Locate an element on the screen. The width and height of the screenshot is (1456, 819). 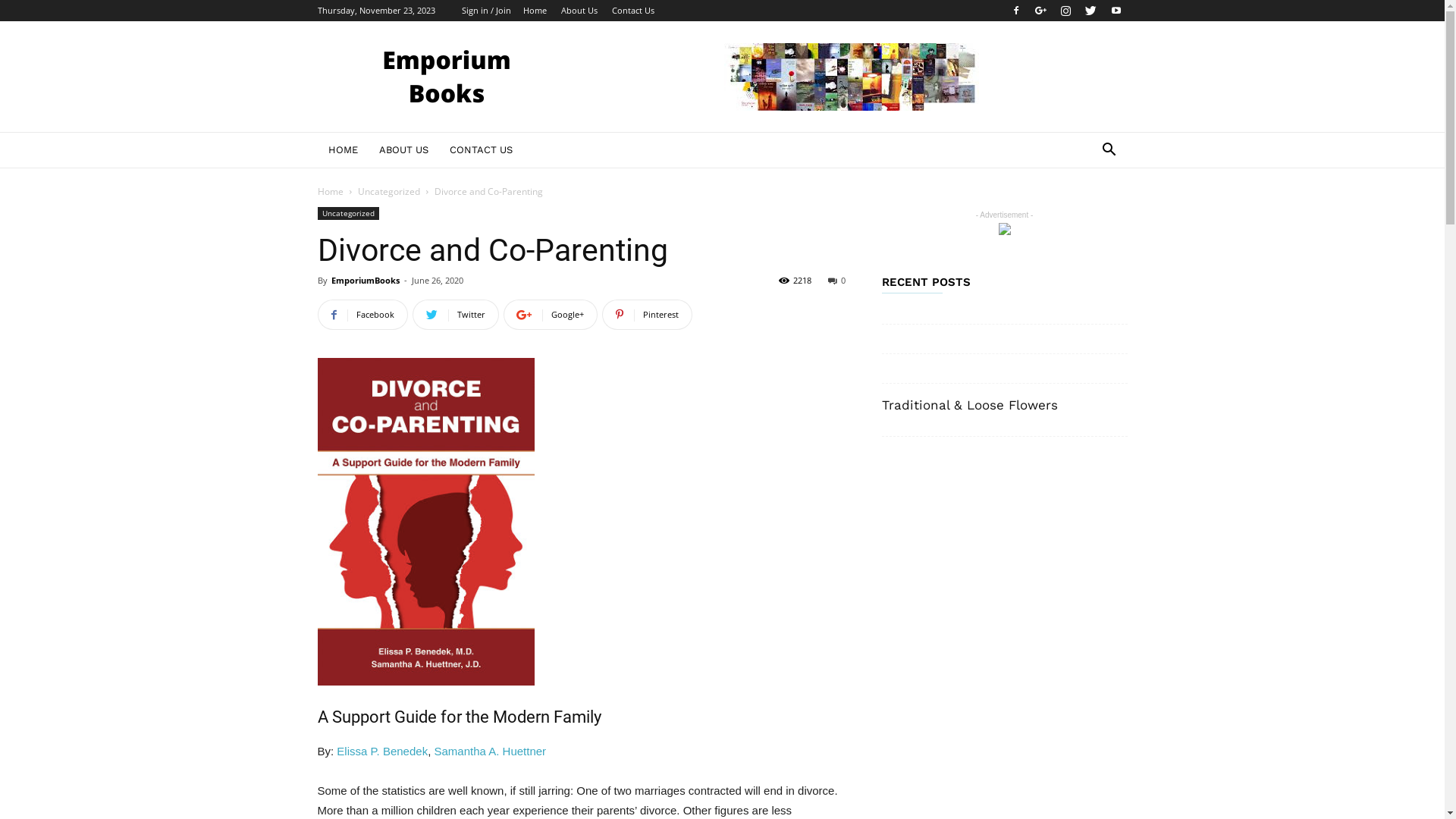
'Instagram' is located at coordinates (1065, 11).